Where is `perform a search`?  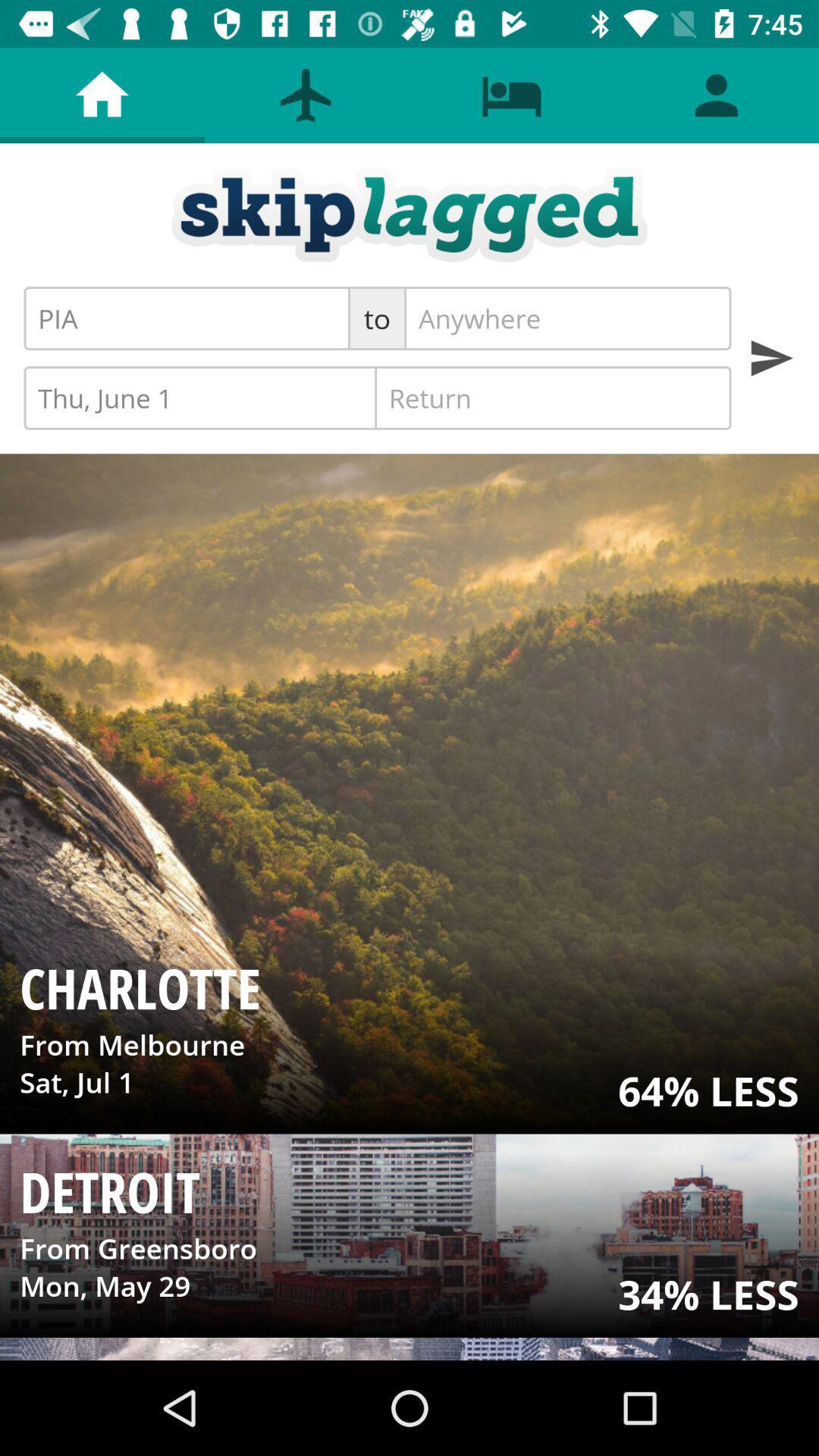
perform a search is located at coordinates (771, 357).